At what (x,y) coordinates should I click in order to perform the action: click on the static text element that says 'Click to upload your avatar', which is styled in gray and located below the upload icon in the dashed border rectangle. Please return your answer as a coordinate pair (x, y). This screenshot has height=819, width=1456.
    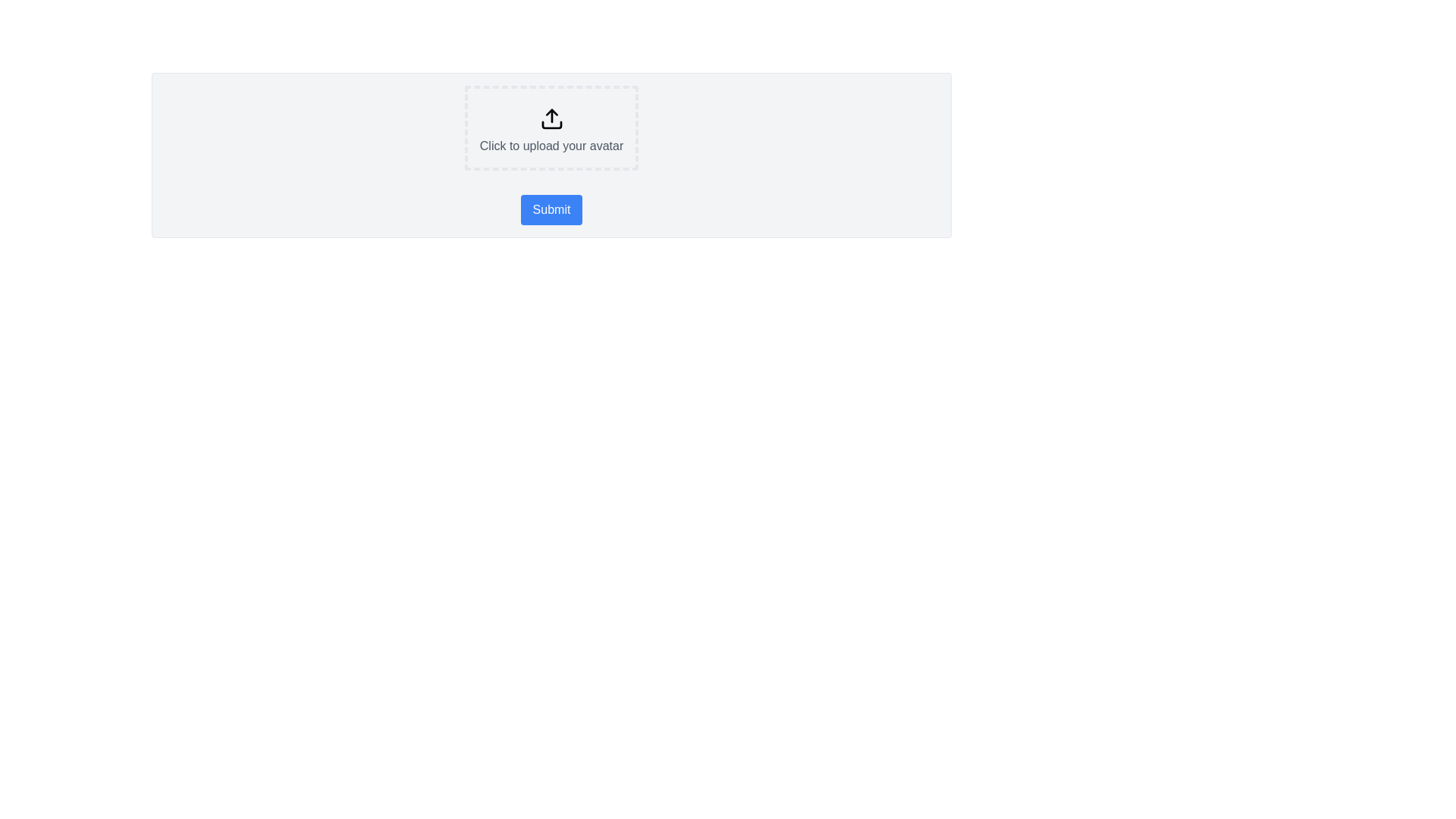
    Looking at the image, I should click on (551, 146).